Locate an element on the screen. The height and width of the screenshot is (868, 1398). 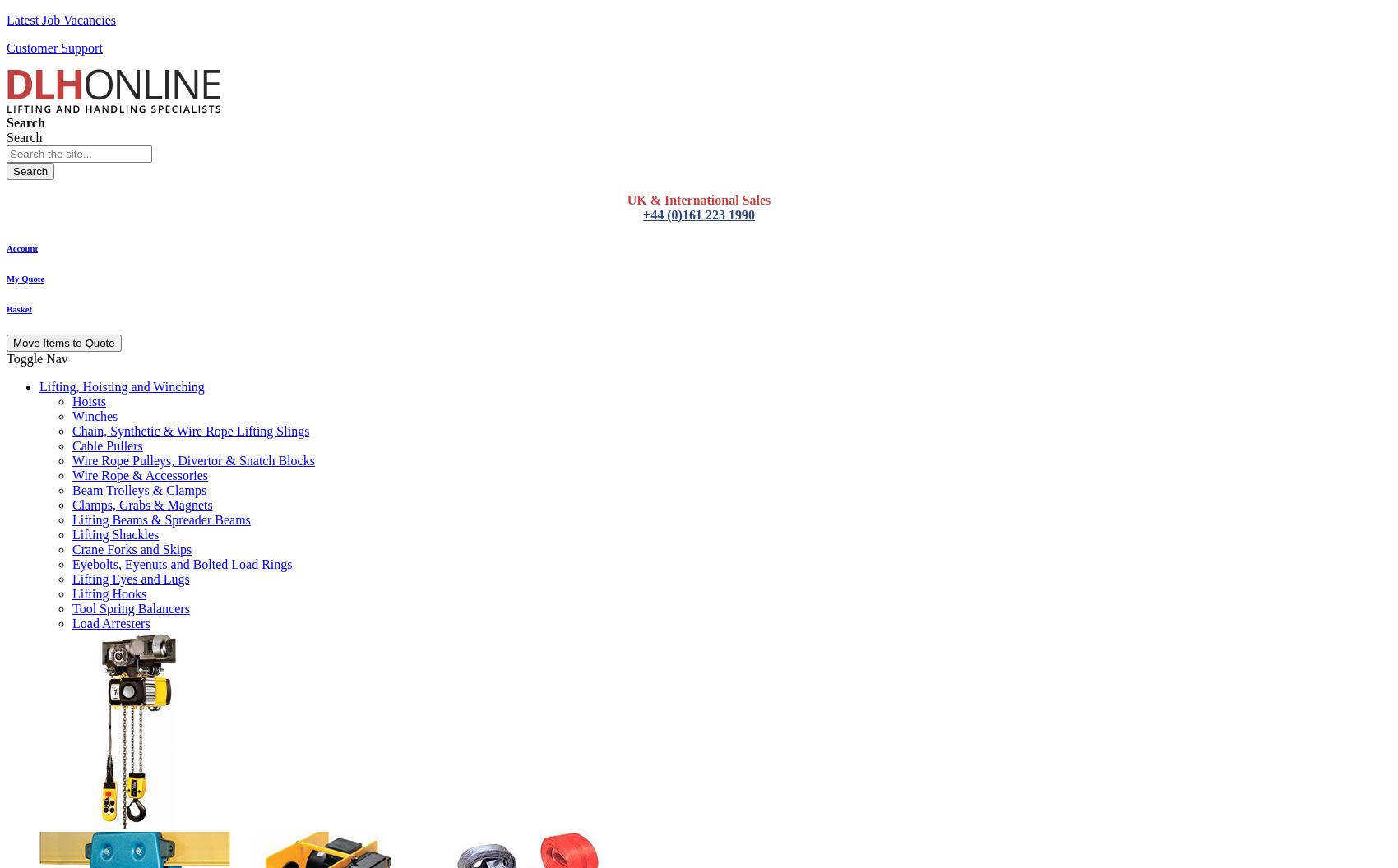
'Lifting Shackles' is located at coordinates (114, 533).